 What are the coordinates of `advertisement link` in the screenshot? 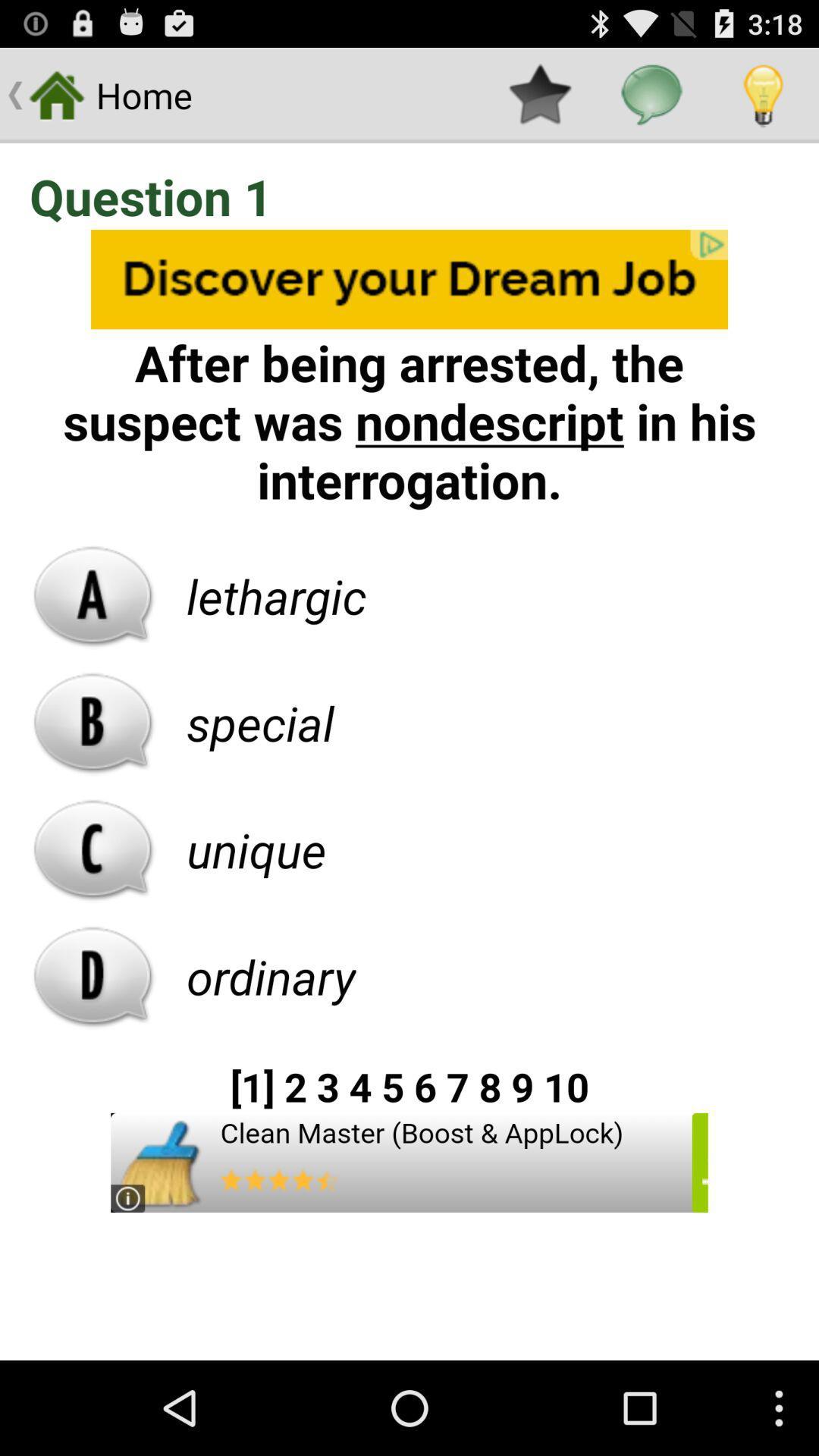 It's located at (409, 1162).